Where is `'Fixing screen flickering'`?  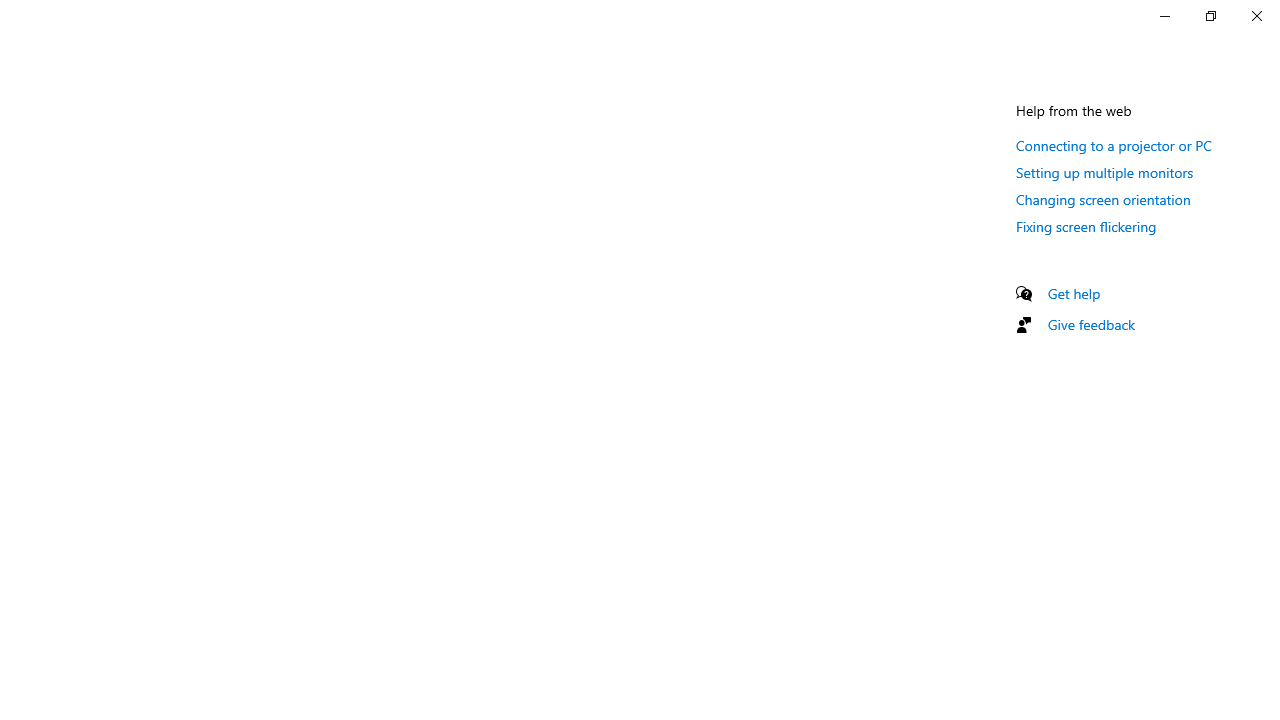 'Fixing screen flickering' is located at coordinates (1085, 225).